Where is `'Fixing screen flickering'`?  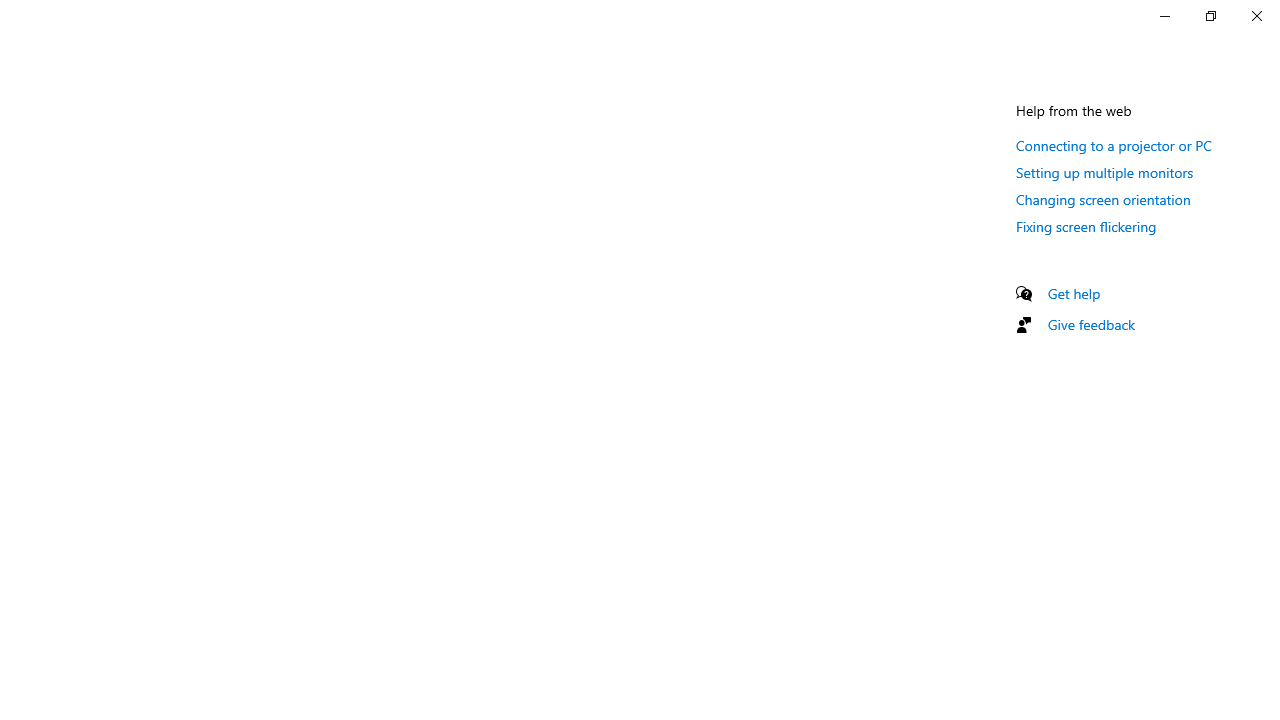 'Fixing screen flickering' is located at coordinates (1085, 225).